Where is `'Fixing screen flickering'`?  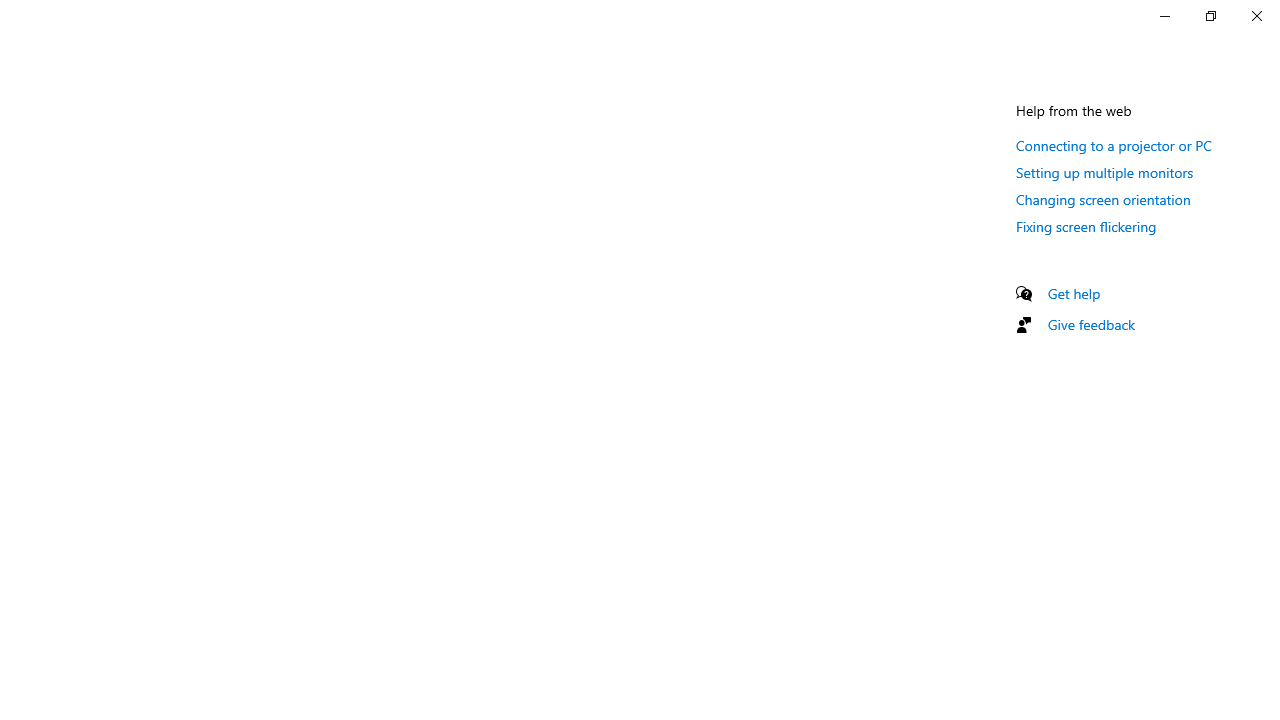 'Fixing screen flickering' is located at coordinates (1085, 225).